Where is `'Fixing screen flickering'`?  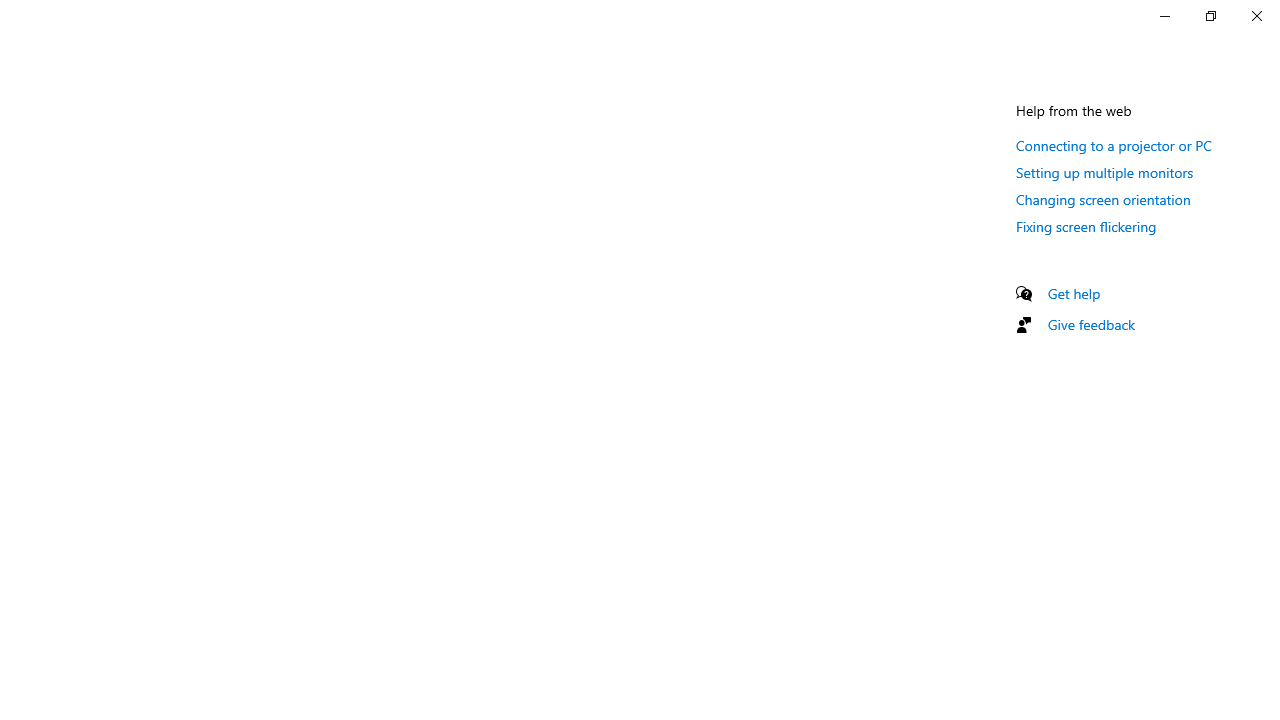 'Fixing screen flickering' is located at coordinates (1085, 225).